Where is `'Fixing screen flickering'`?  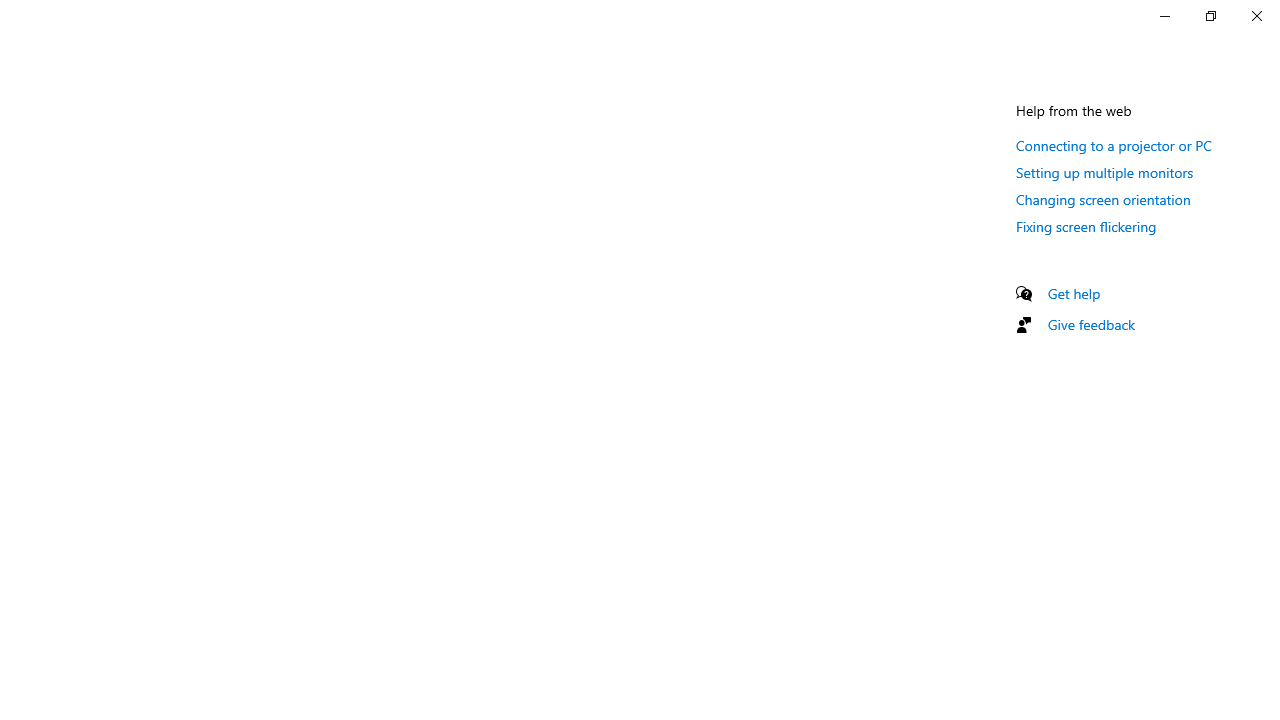 'Fixing screen flickering' is located at coordinates (1085, 225).